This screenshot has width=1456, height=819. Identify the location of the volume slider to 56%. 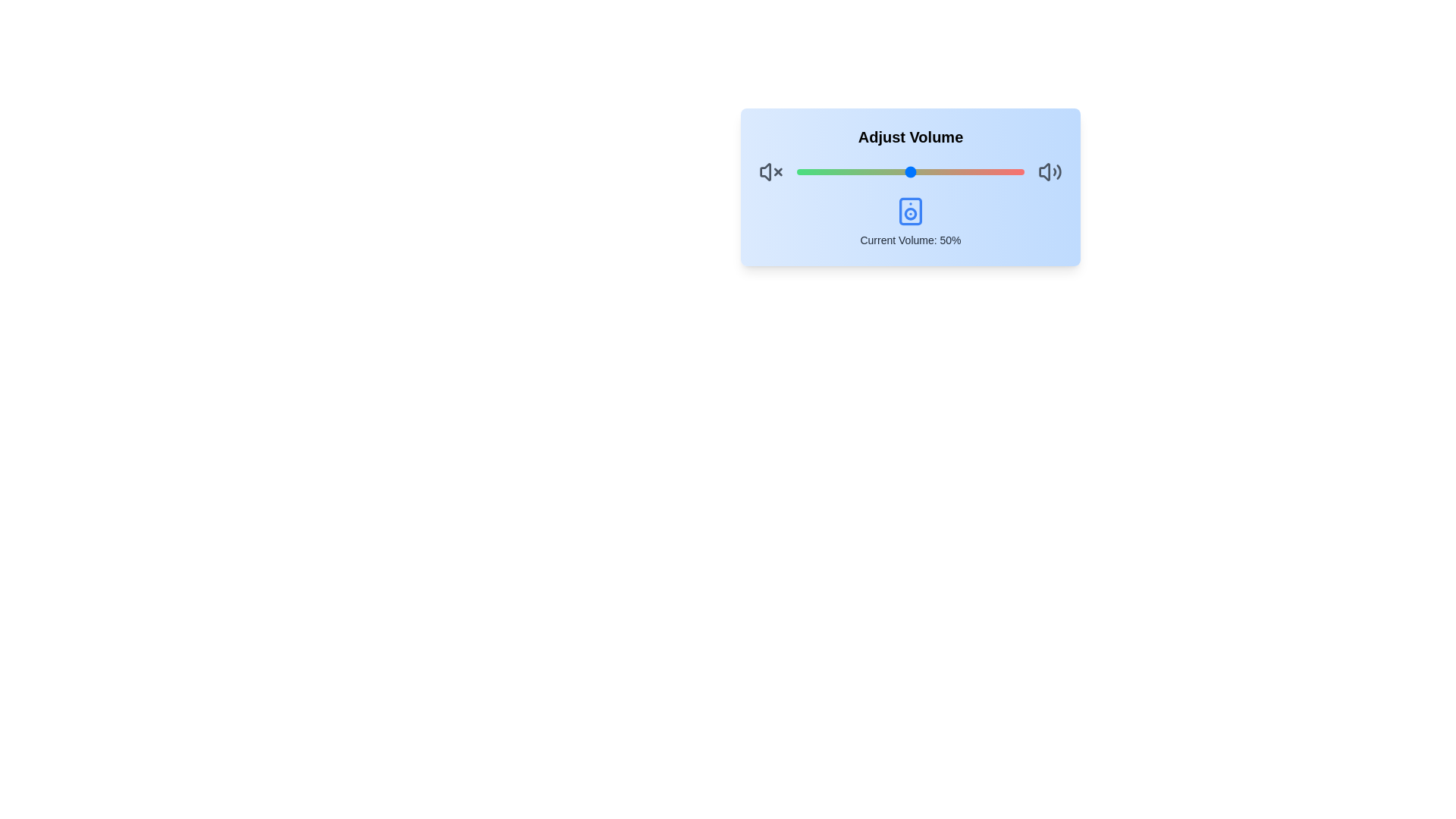
(924, 171).